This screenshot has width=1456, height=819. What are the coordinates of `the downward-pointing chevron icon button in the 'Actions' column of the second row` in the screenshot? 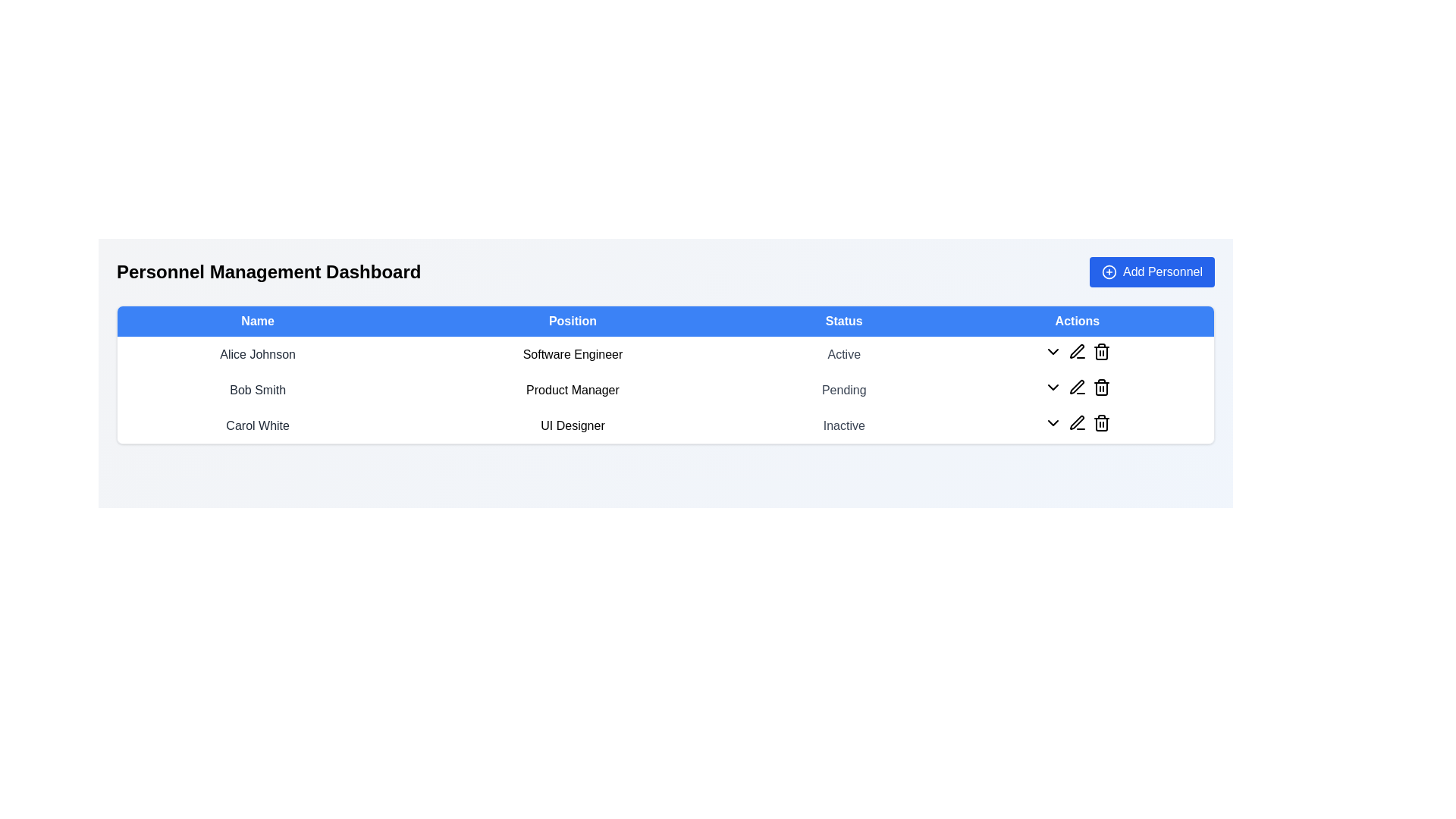 It's located at (1052, 386).